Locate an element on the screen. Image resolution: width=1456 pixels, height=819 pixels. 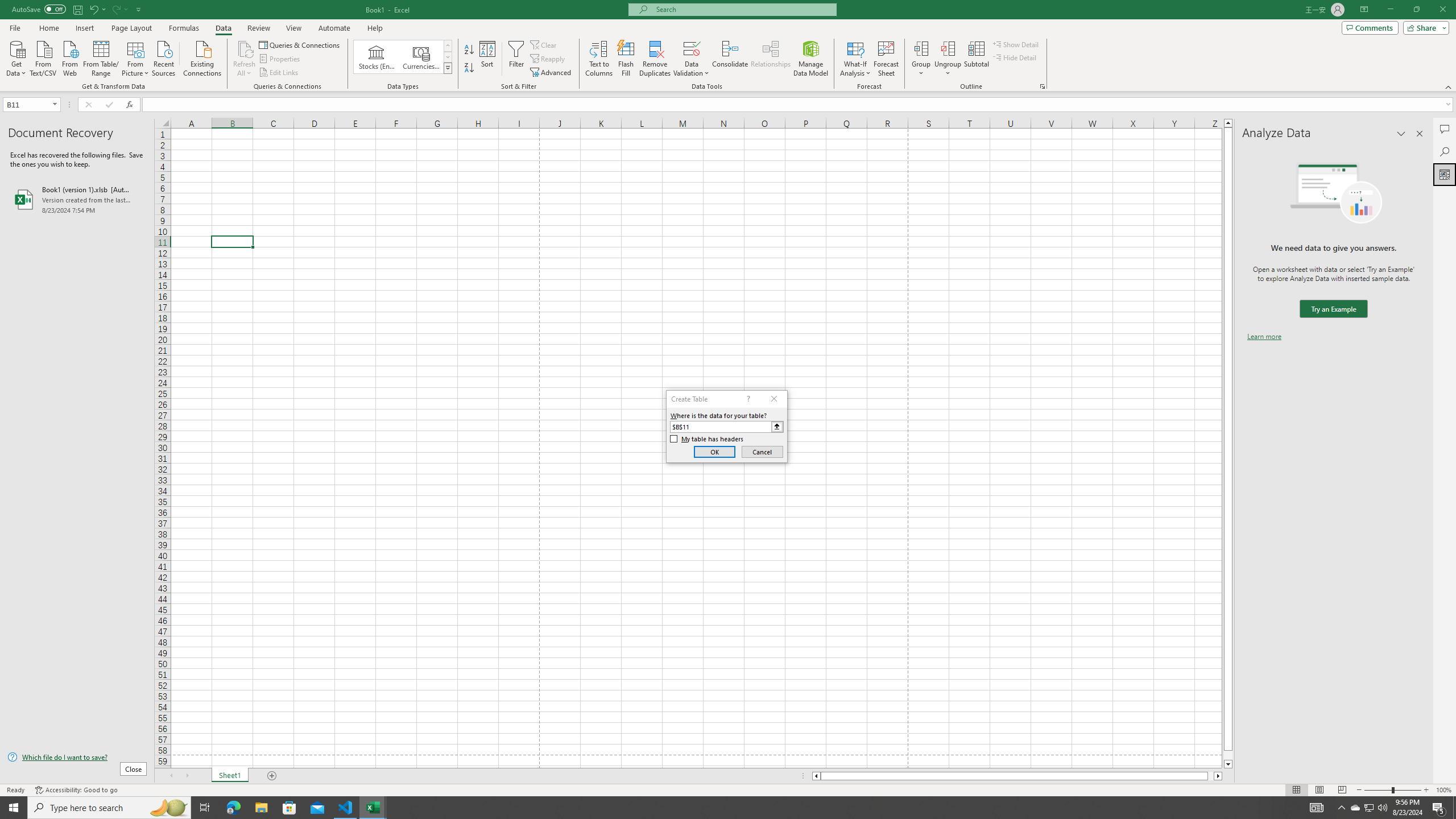
'From Web' is located at coordinates (69, 57).